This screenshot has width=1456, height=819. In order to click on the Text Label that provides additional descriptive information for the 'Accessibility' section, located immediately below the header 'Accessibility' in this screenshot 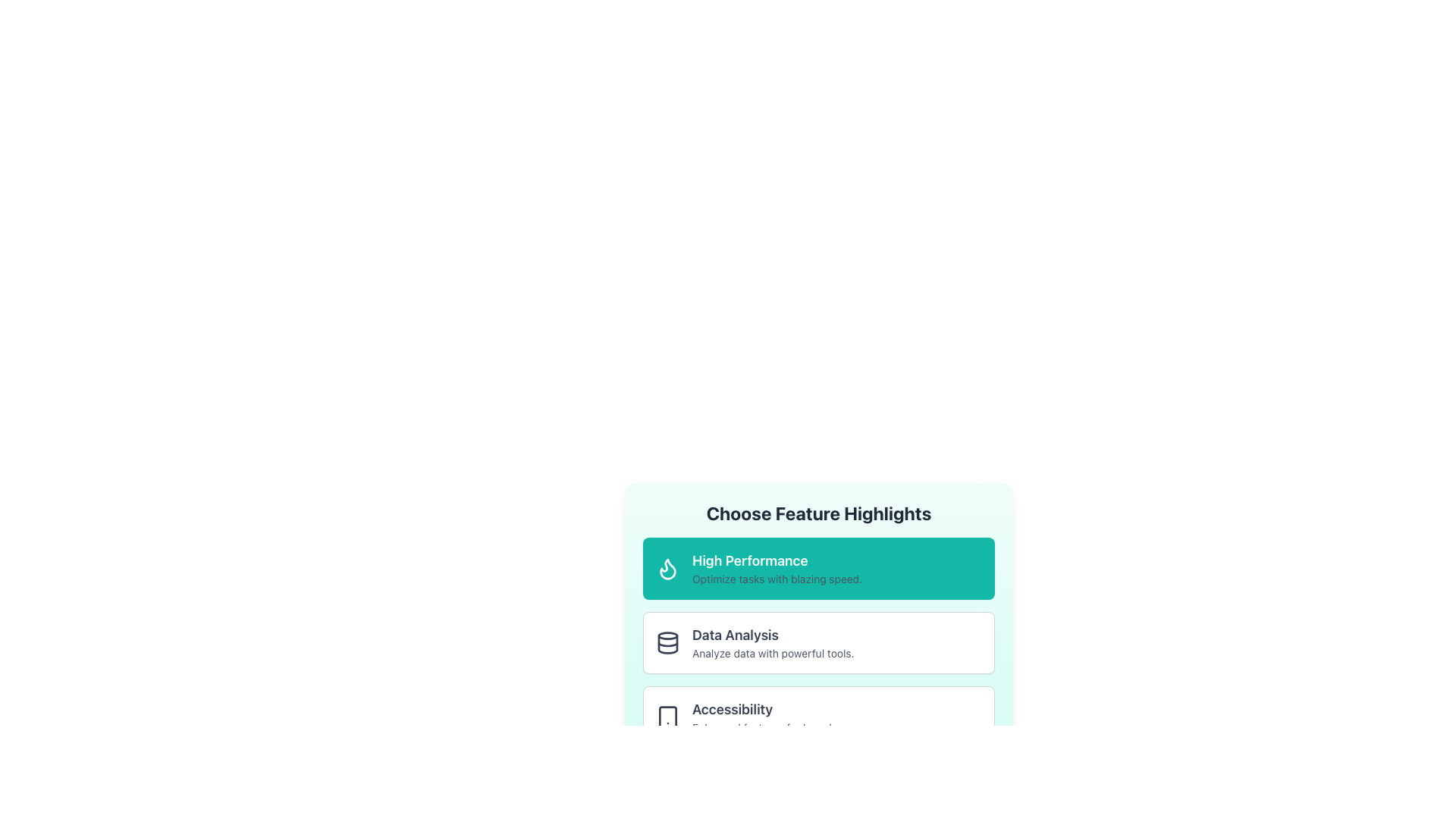, I will do `click(786, 727)`.